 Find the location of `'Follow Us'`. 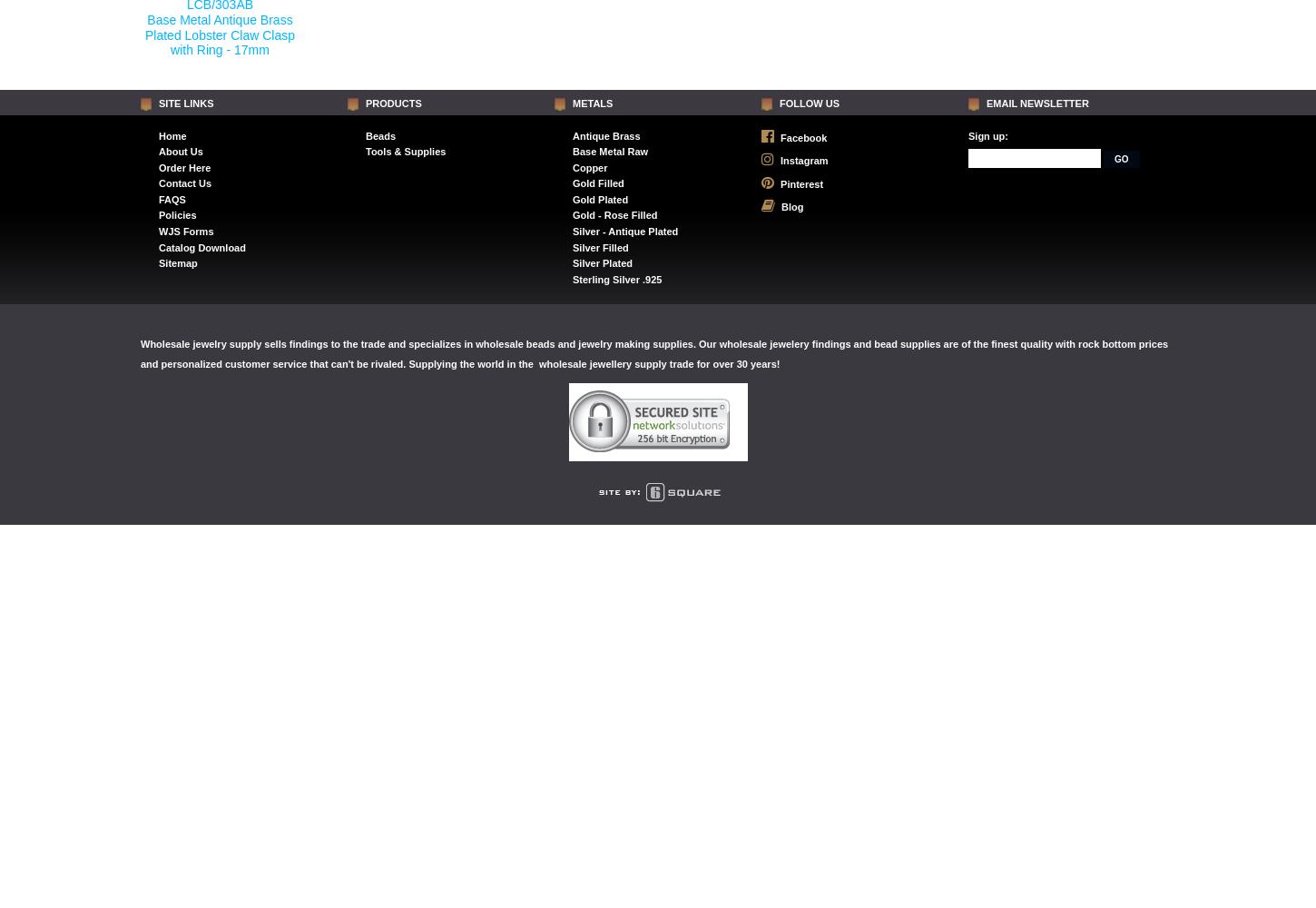

'Follow Us' is located at coordinates (809, 103).